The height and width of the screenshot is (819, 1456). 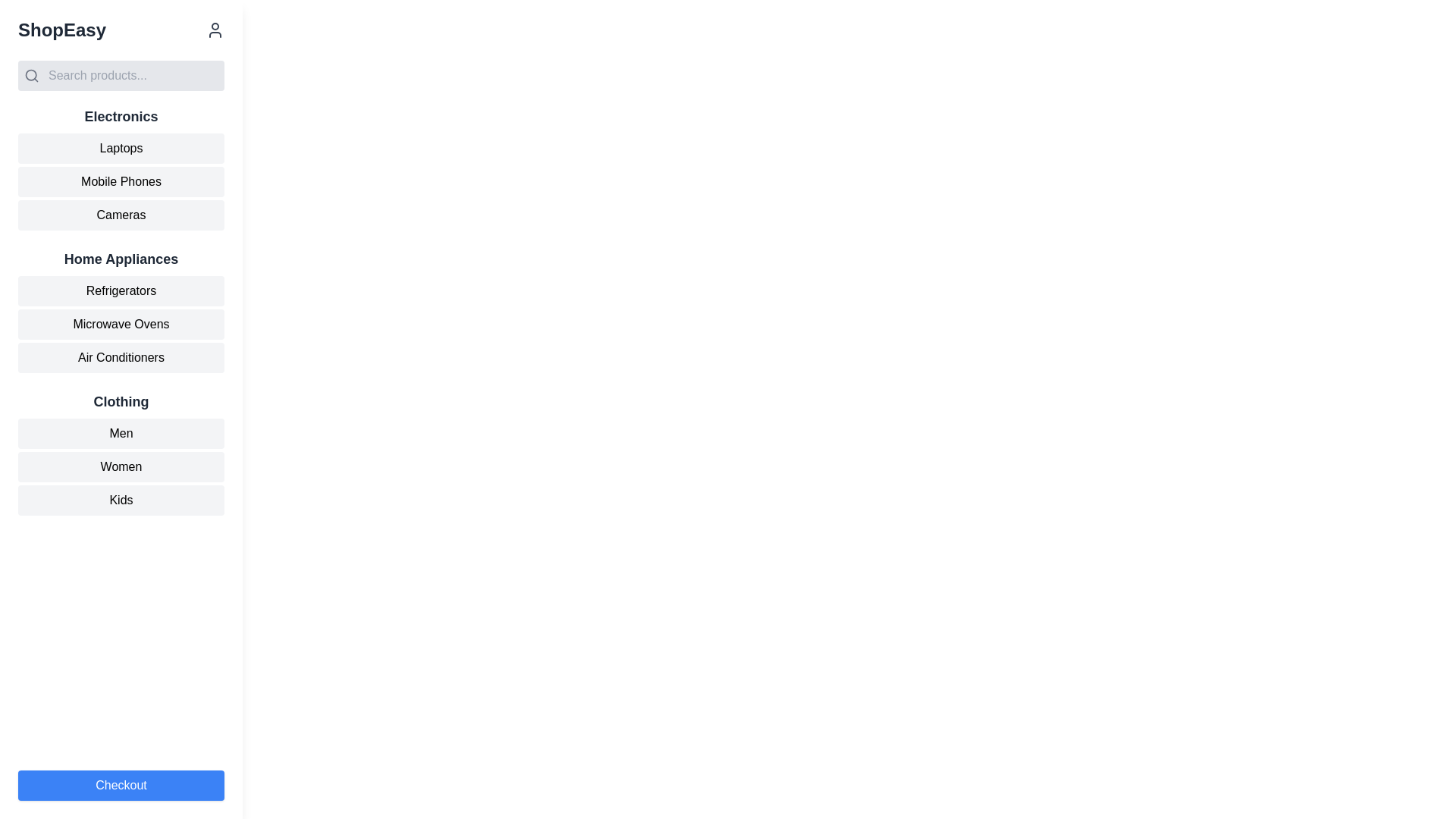 I want to click on the user icon styled as a profile image silhouette in dark gray located in the top-right of the header, next to 'ShopEasy', so click(x=214, y=30).